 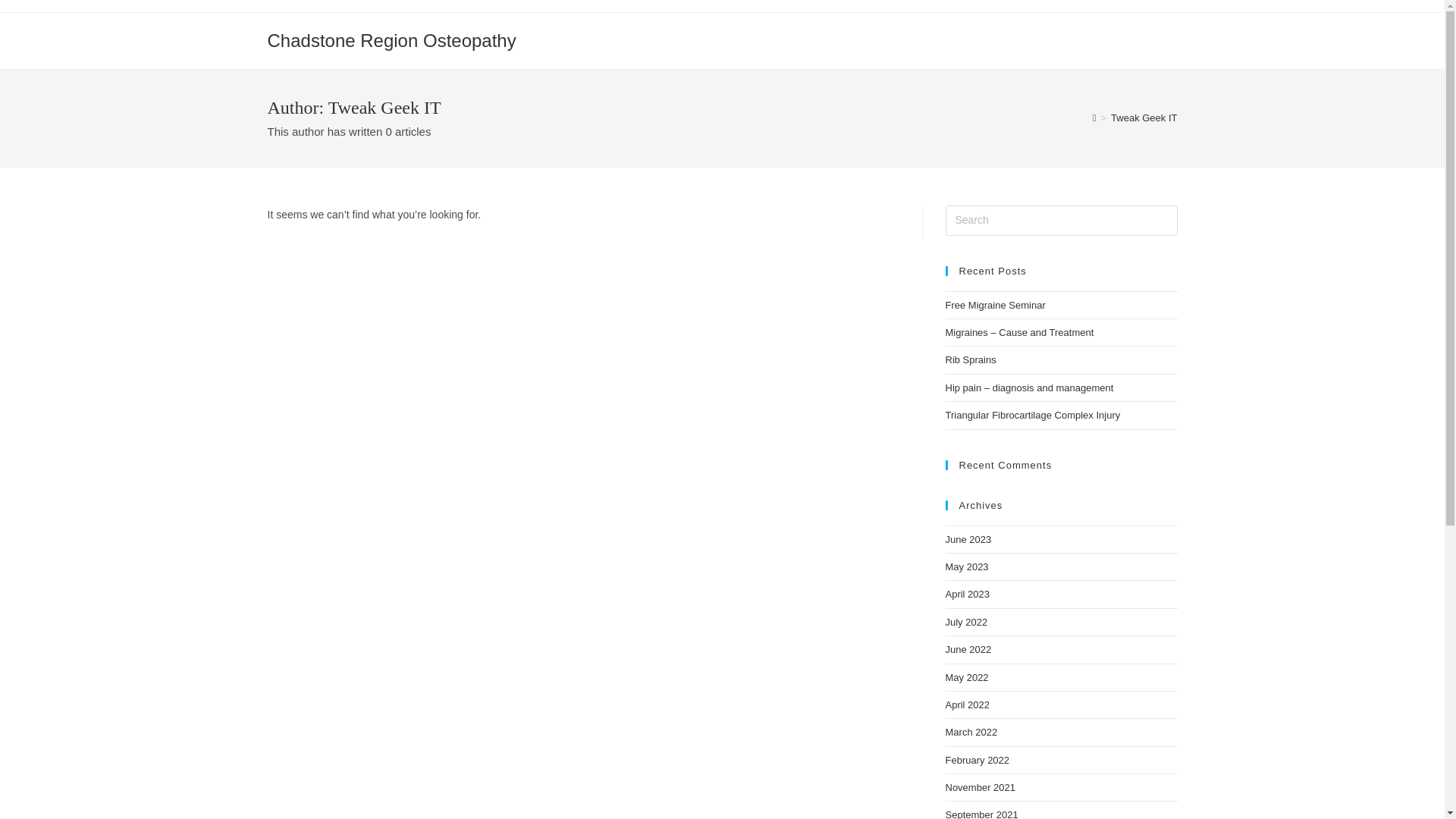 I want to click on 'Tweak Geek IT', so click(x=1144, y=117).